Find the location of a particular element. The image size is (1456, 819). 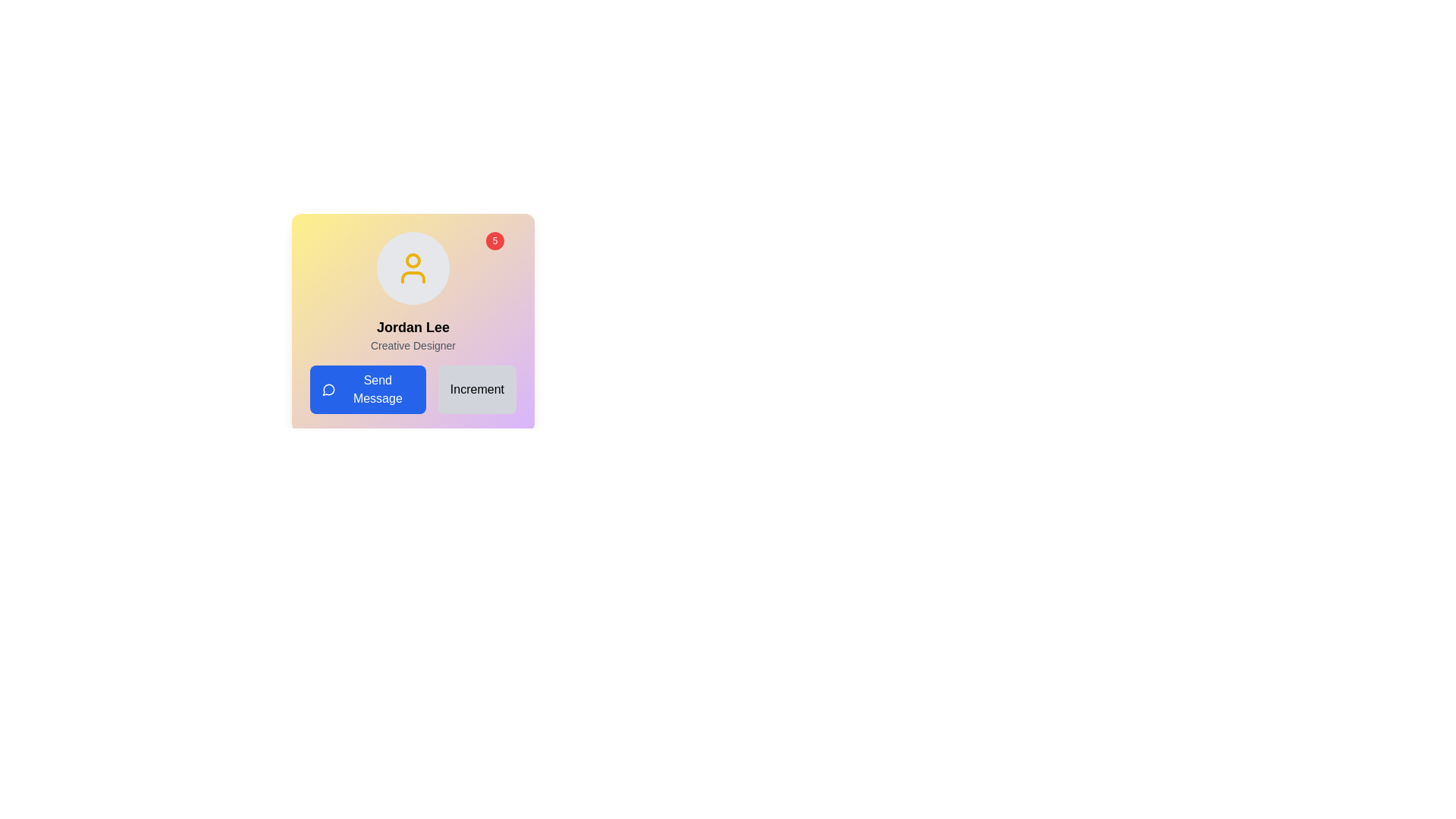

the SVG Circle element located at the top-center of the user avatar graphic, which is positioned above the name text in the user information card is located at coordinates (413, 259).